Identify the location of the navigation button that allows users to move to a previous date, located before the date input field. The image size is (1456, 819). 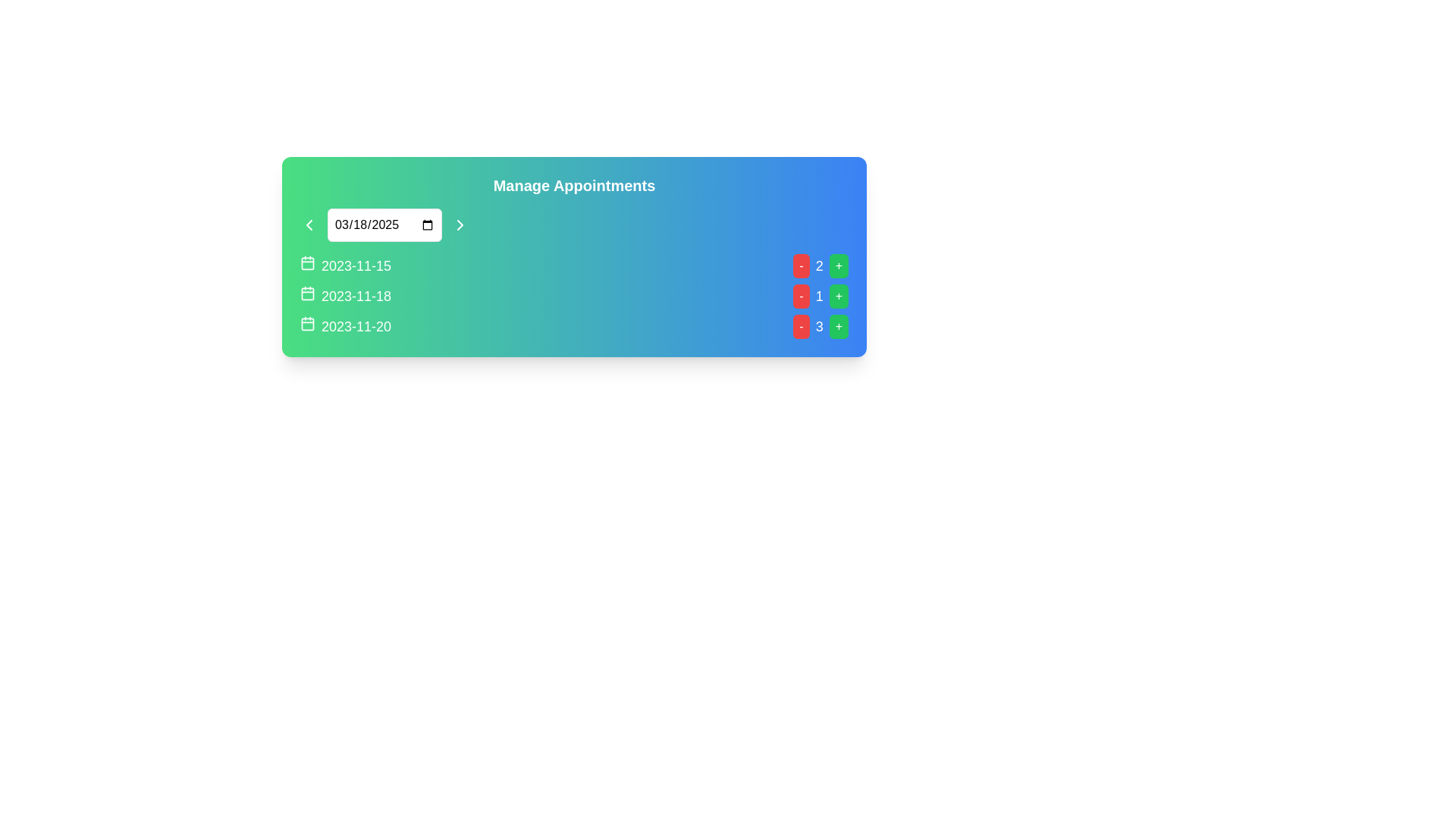
(309, 225).